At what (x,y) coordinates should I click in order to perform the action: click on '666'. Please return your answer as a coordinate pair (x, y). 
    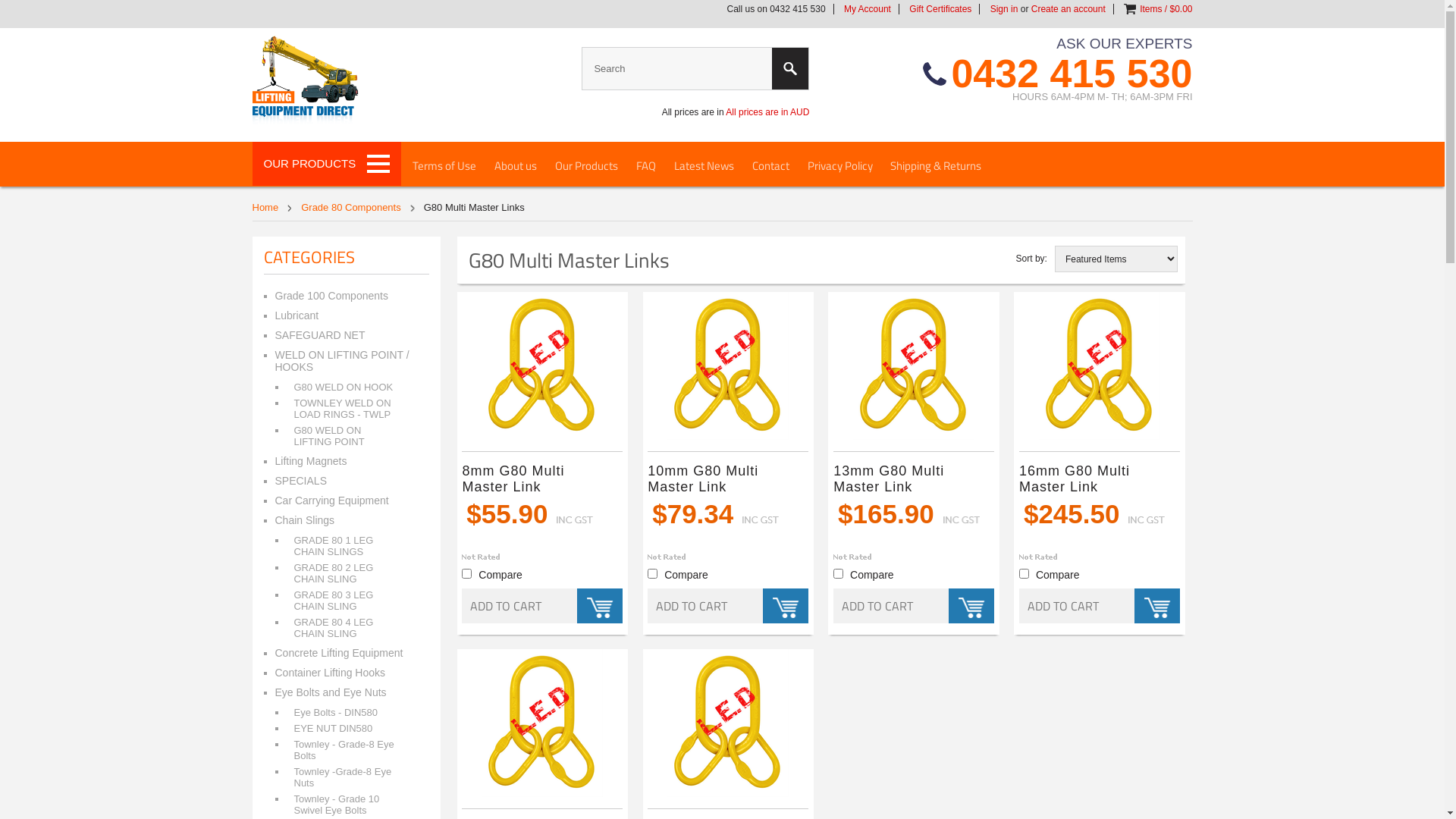
    Looking at the image, I should click on (1024, 573).